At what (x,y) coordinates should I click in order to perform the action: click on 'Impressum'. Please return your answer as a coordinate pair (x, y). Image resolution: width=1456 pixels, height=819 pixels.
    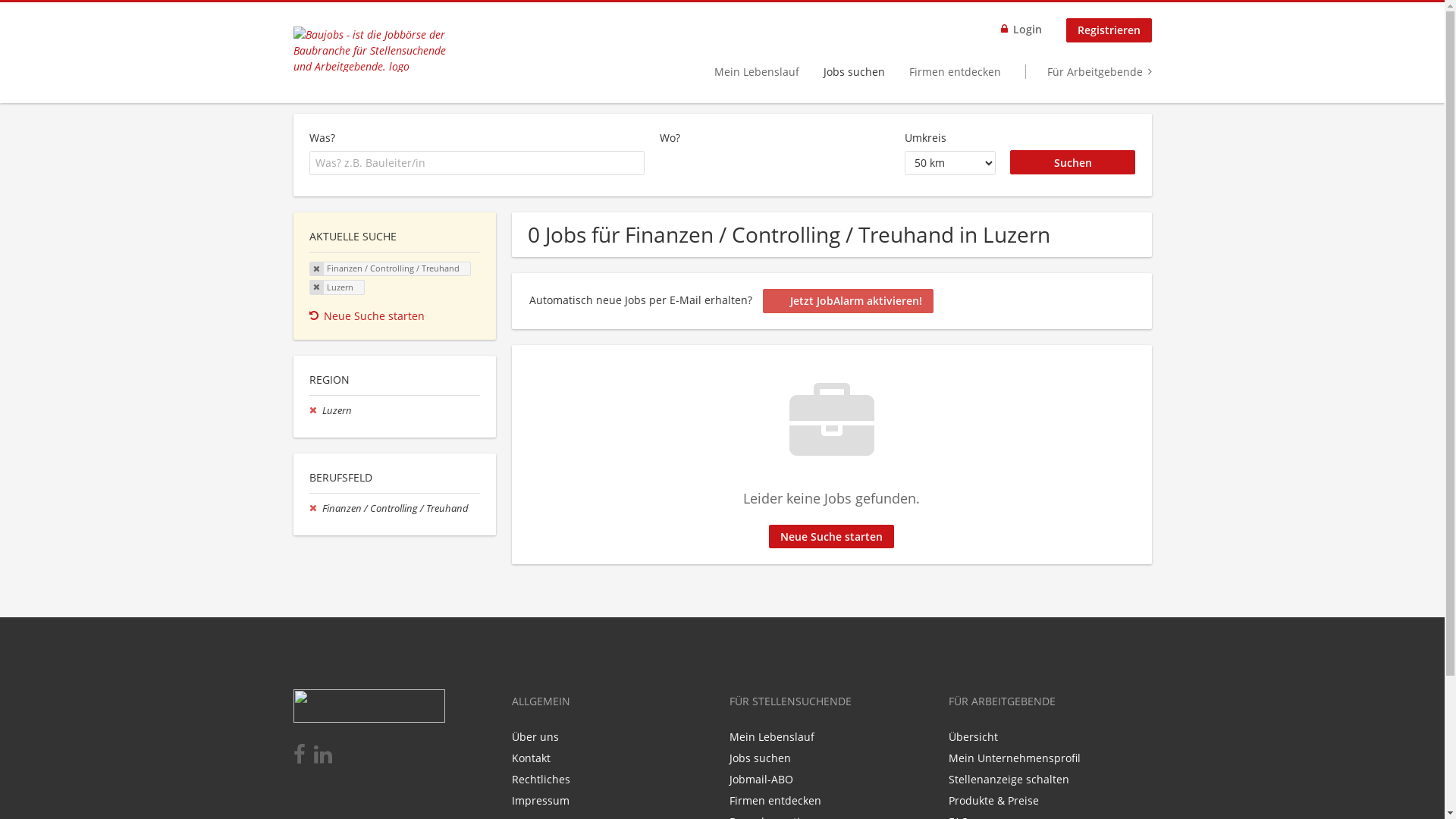
    Looking at the image, I should click on (539, 799).